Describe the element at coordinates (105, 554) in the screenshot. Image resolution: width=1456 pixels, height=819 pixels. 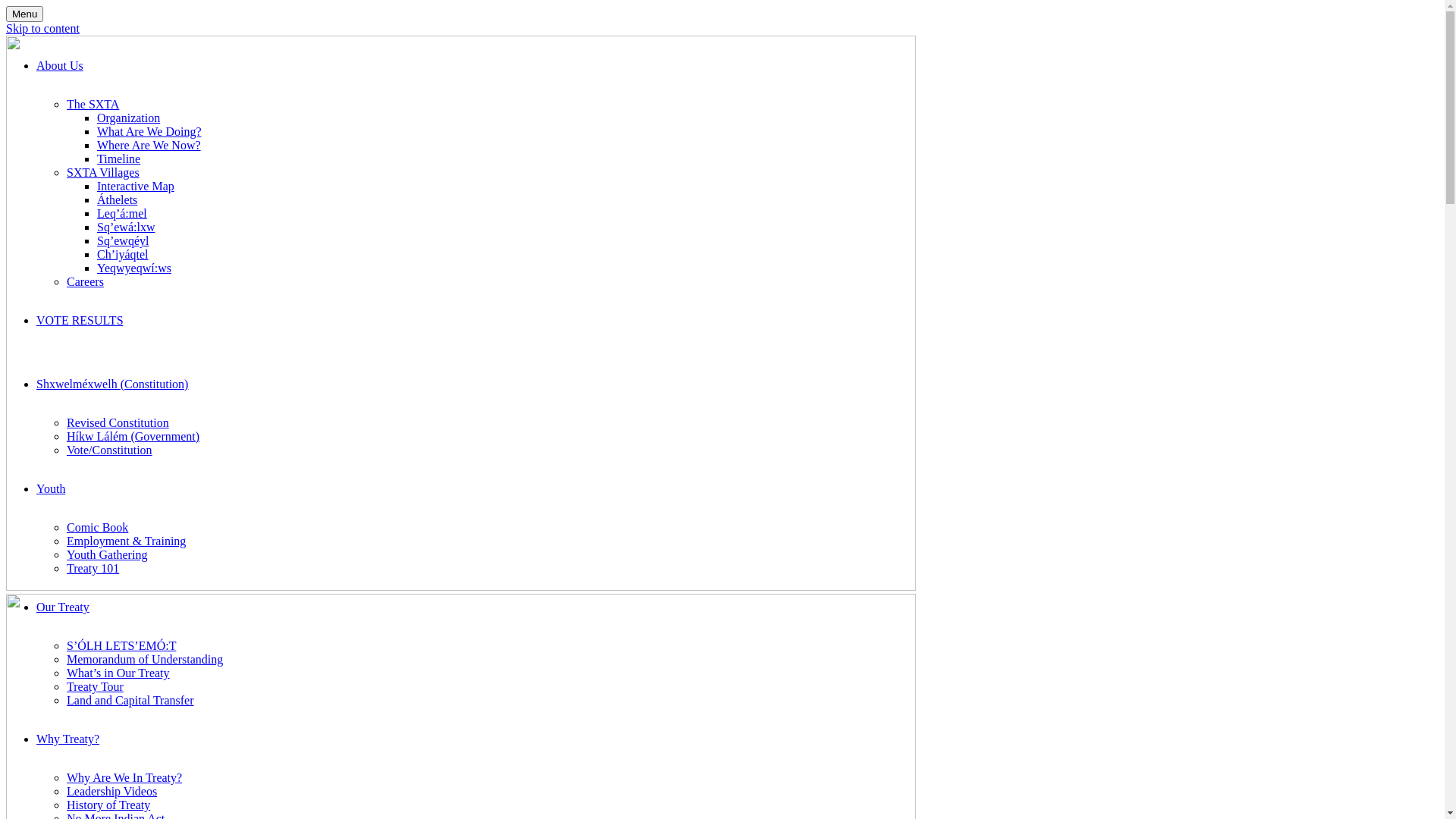
I see `'Youth Gathering'` at that location.